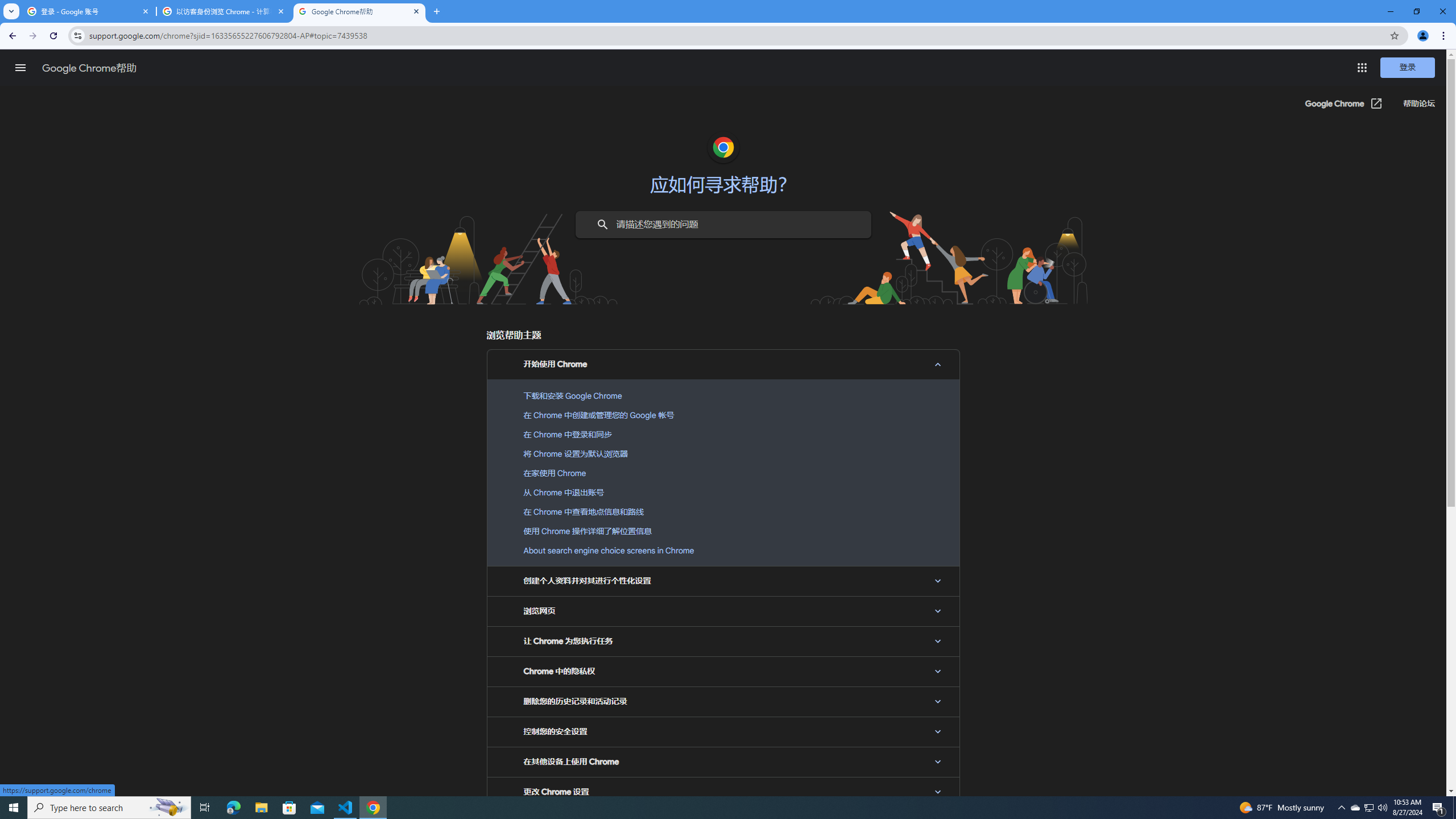 The image size is (1456, 819). Describe the element at coordinates (723, 549) in the screenshot. I see `'About search engine choice screens in Chrome'` at that location.